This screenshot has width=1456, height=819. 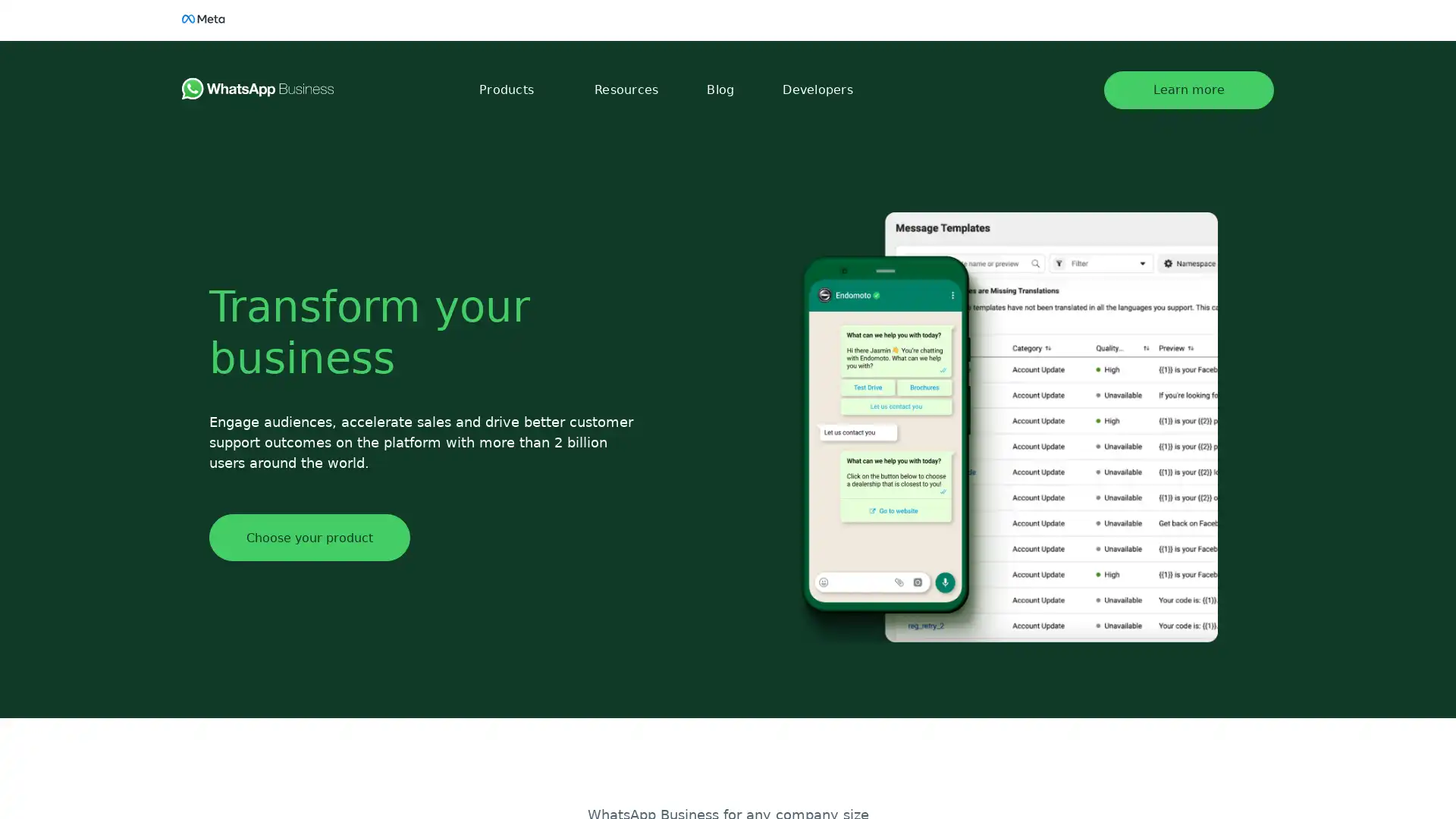 I want to click on Products, so click(x=506, y=89).